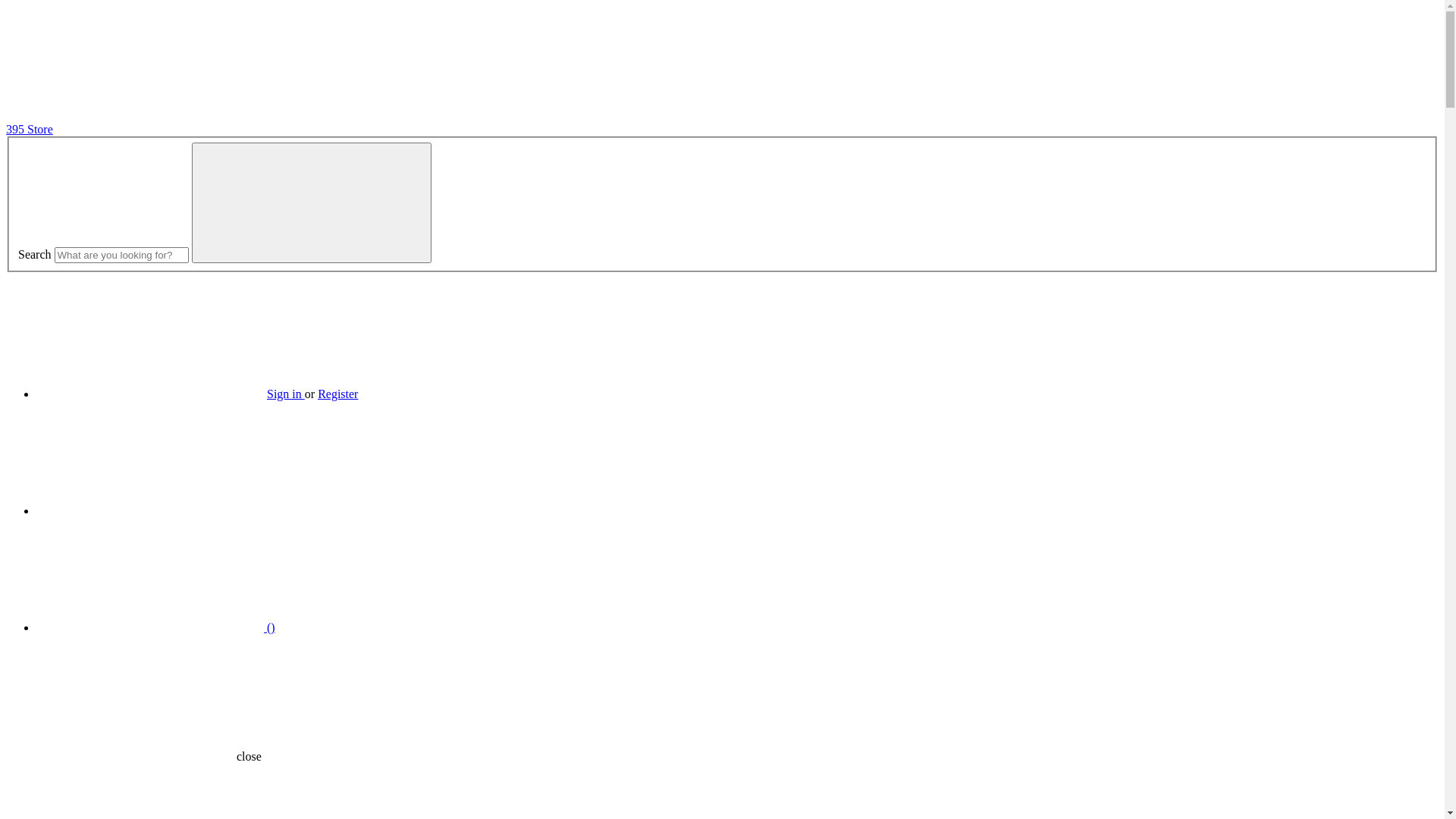 The height and width of the screenshot is (819, 1456). I want to click on 'Register', so click(316, 393).